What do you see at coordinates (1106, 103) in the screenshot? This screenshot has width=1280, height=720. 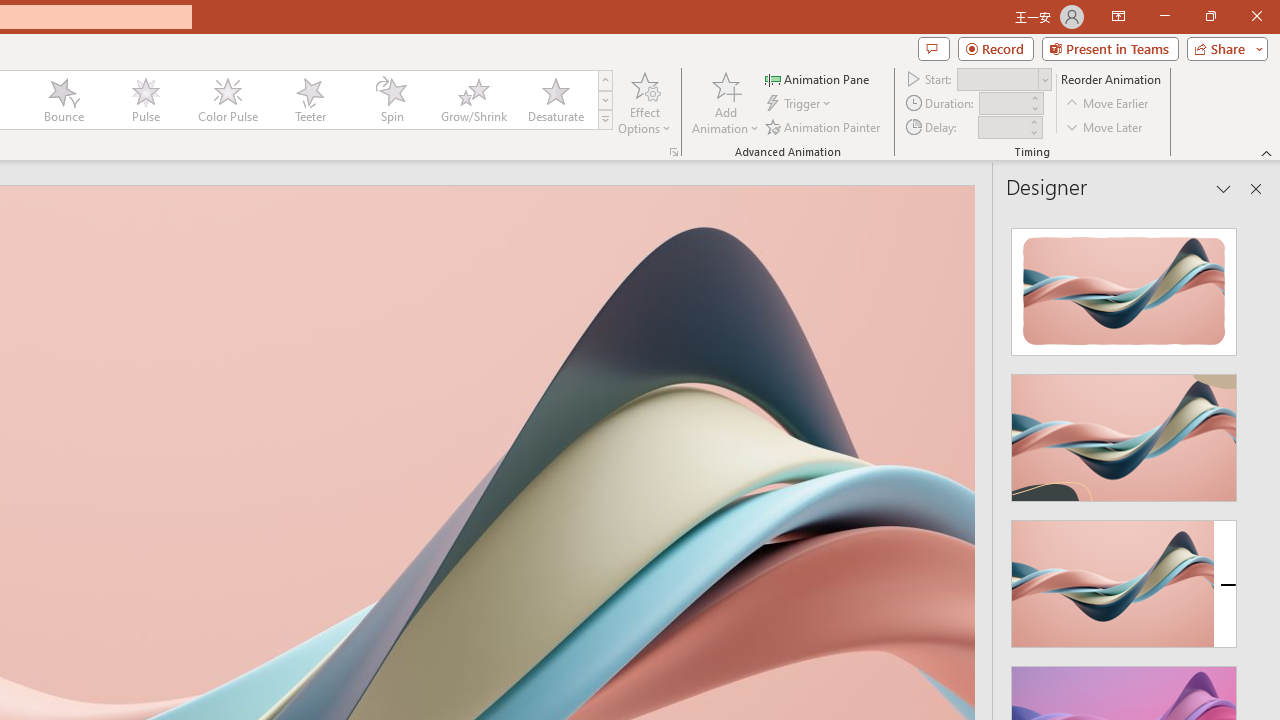 I see `'Move Earlier'` at bounding box center [1106, 103].